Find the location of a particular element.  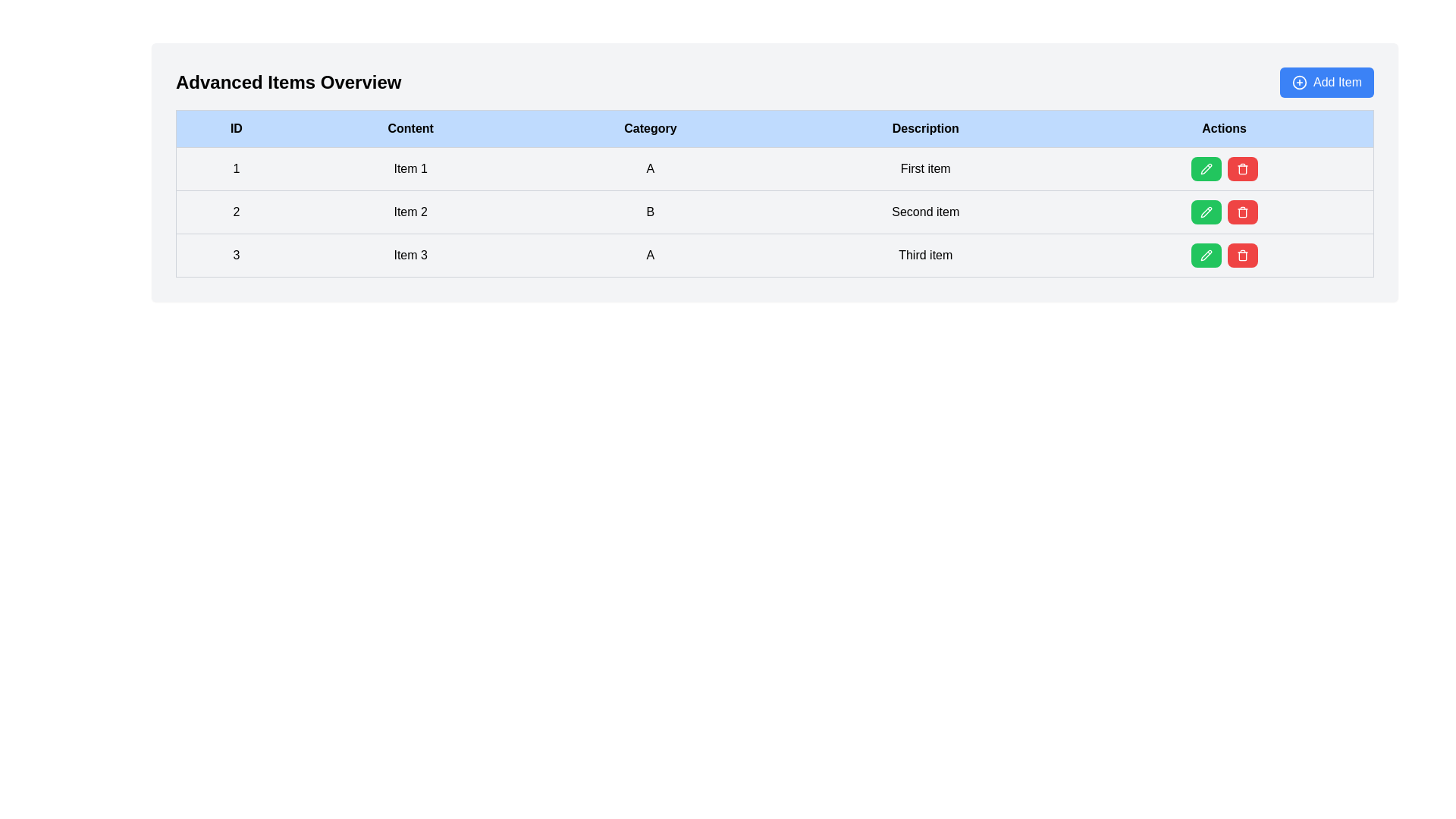

the edit button located in the first position of the action set in the second row of the table to initiate editing is located at coordinates (1204, 212).